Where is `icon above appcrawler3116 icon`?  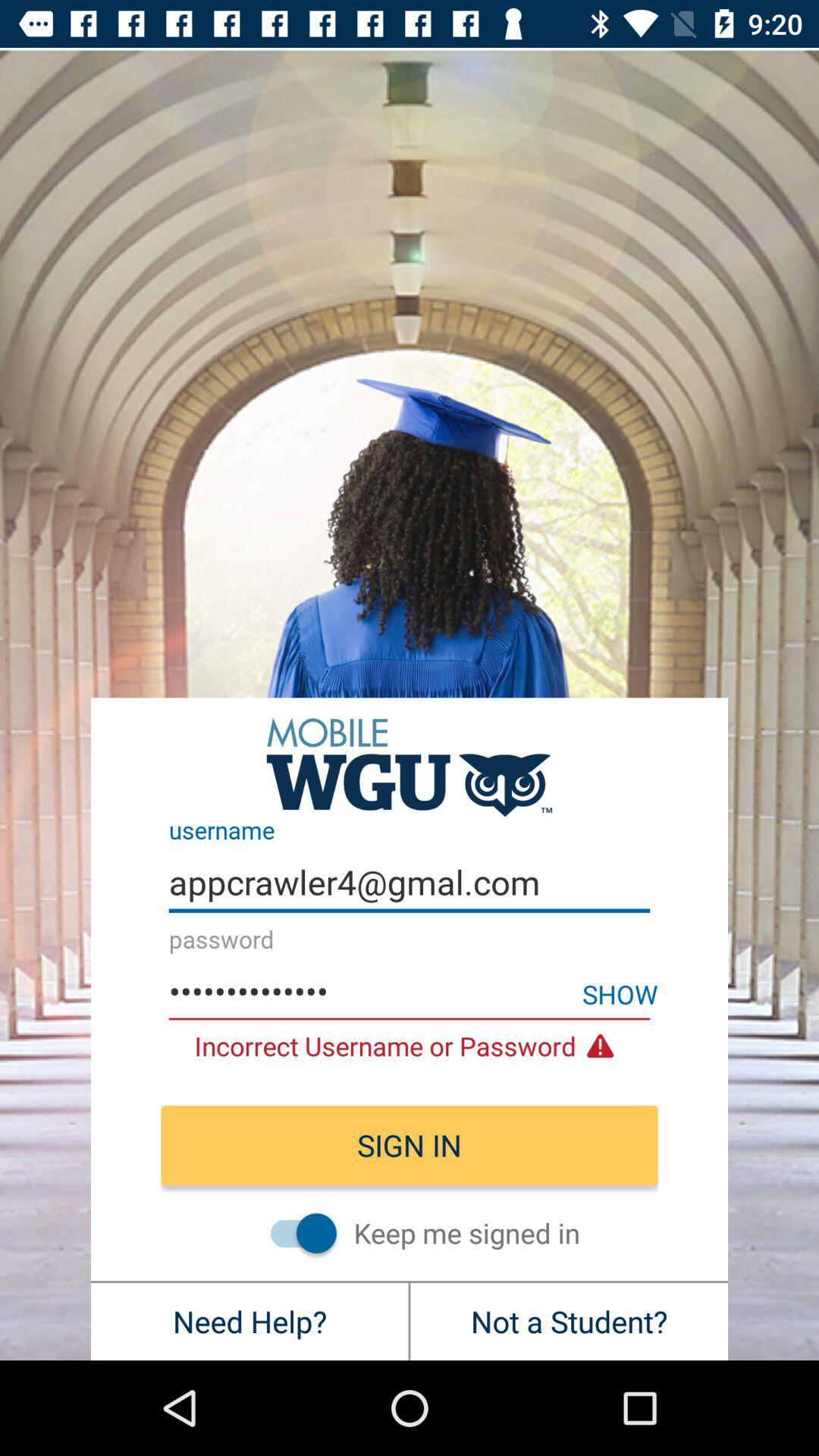
icon above appcrawler3116 icon is located at coordinates (409, 882).